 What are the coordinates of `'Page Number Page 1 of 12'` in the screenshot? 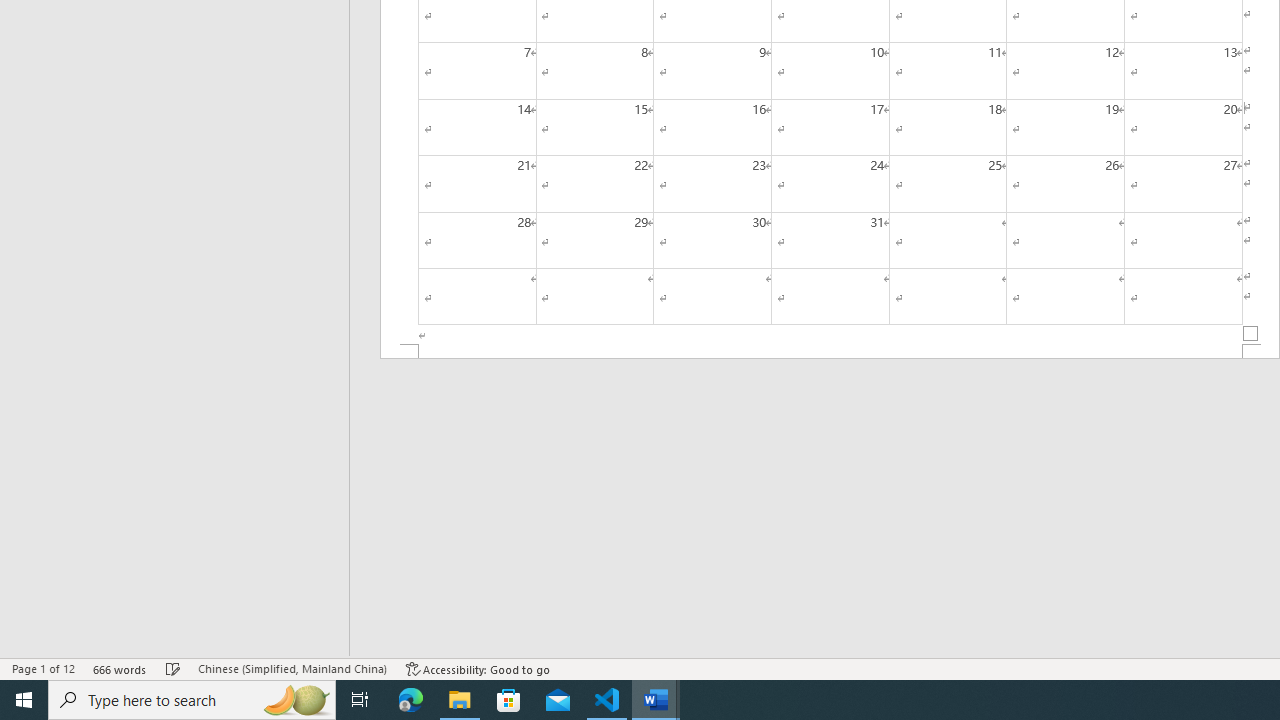 It's located at (43, 669).